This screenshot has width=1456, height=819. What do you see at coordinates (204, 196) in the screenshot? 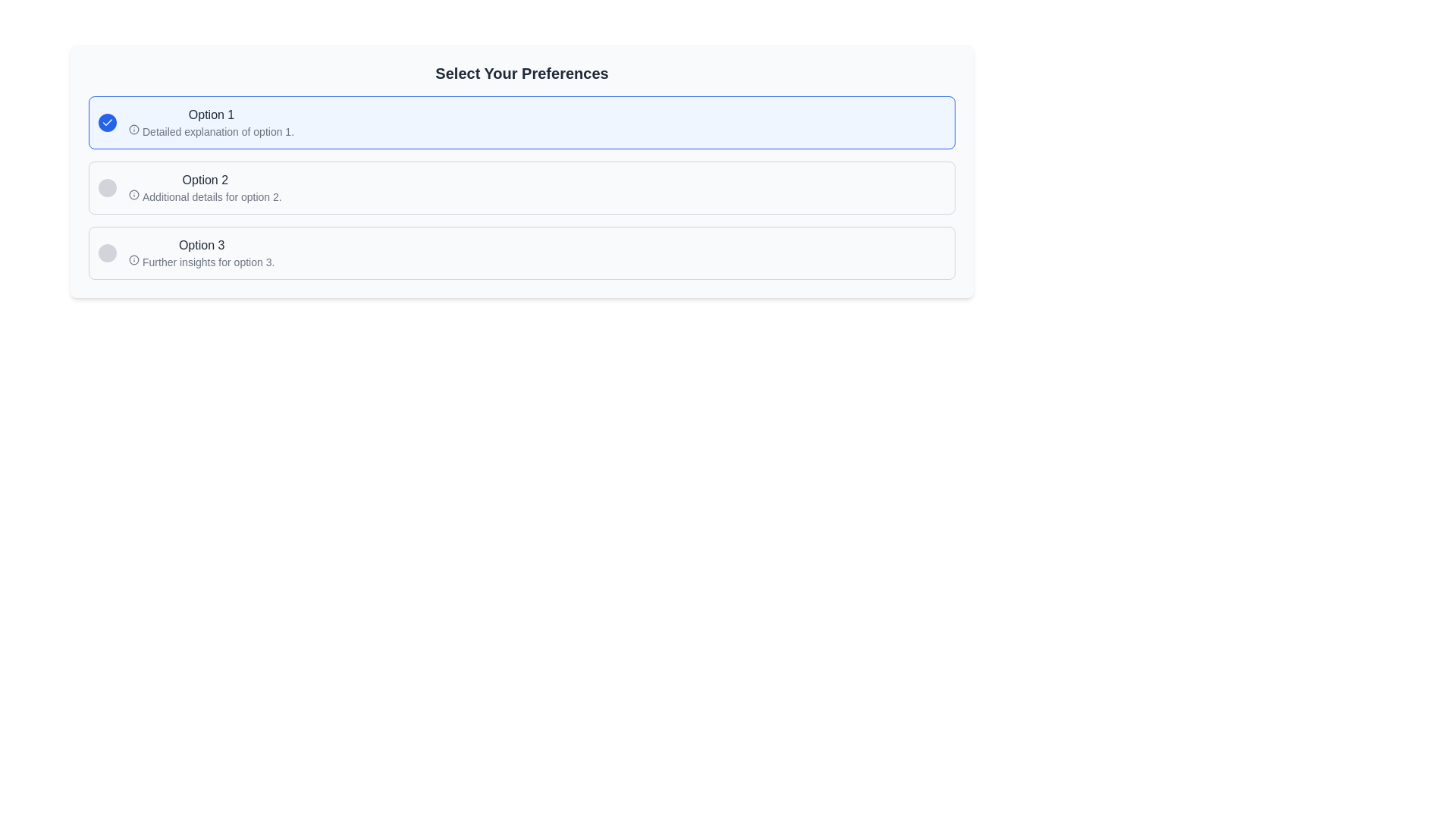
I see `the text label reading 'Additional details for option 2' styled in gray color, which is aligned to the left and positioned below the title text of 'Option 2'` at bounding box center [204, 196].